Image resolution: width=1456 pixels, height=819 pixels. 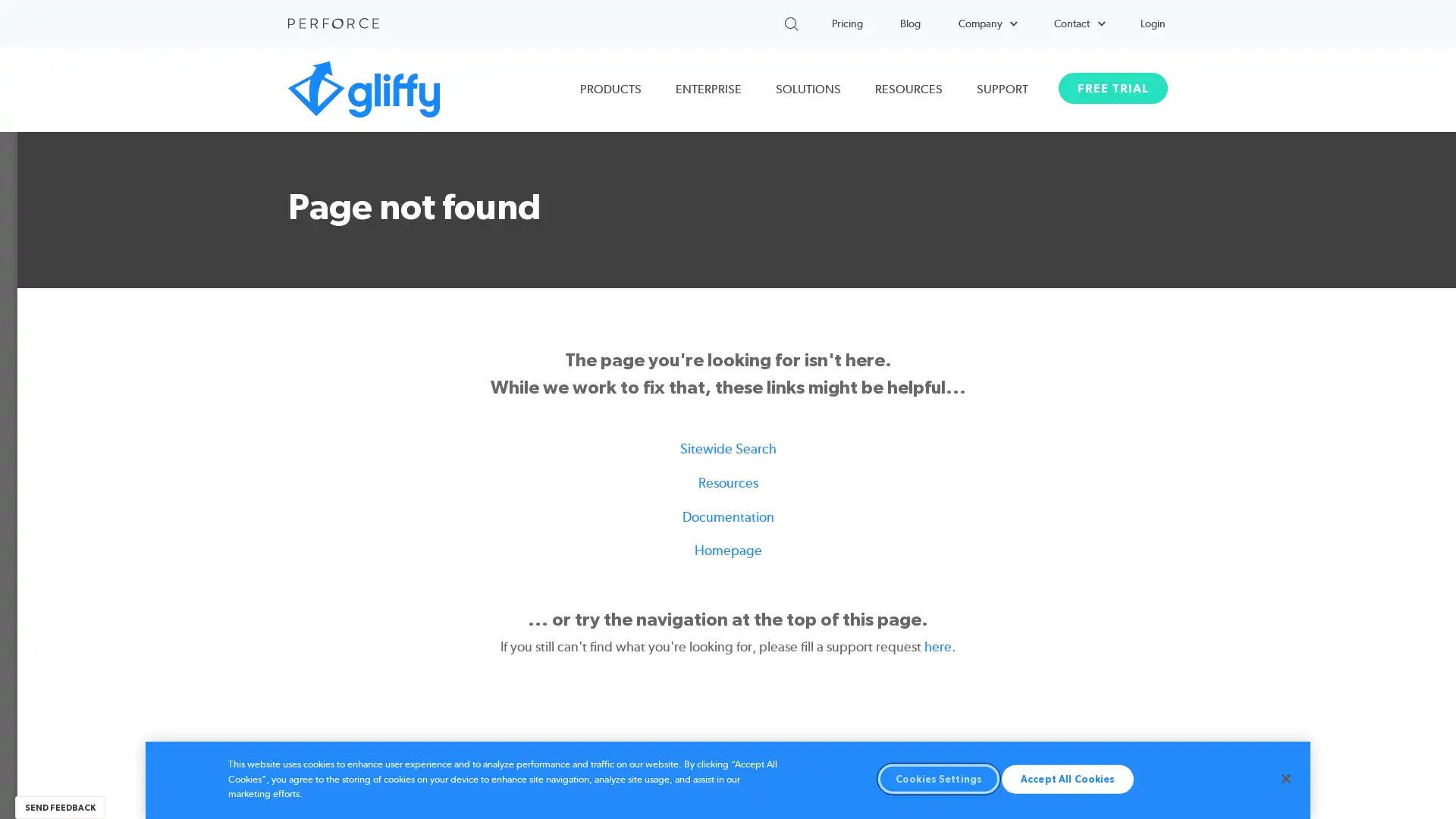 What do you see at coordinates (829, 20) in the screenshot?
I see `Search` at bounding box center [829, 20].